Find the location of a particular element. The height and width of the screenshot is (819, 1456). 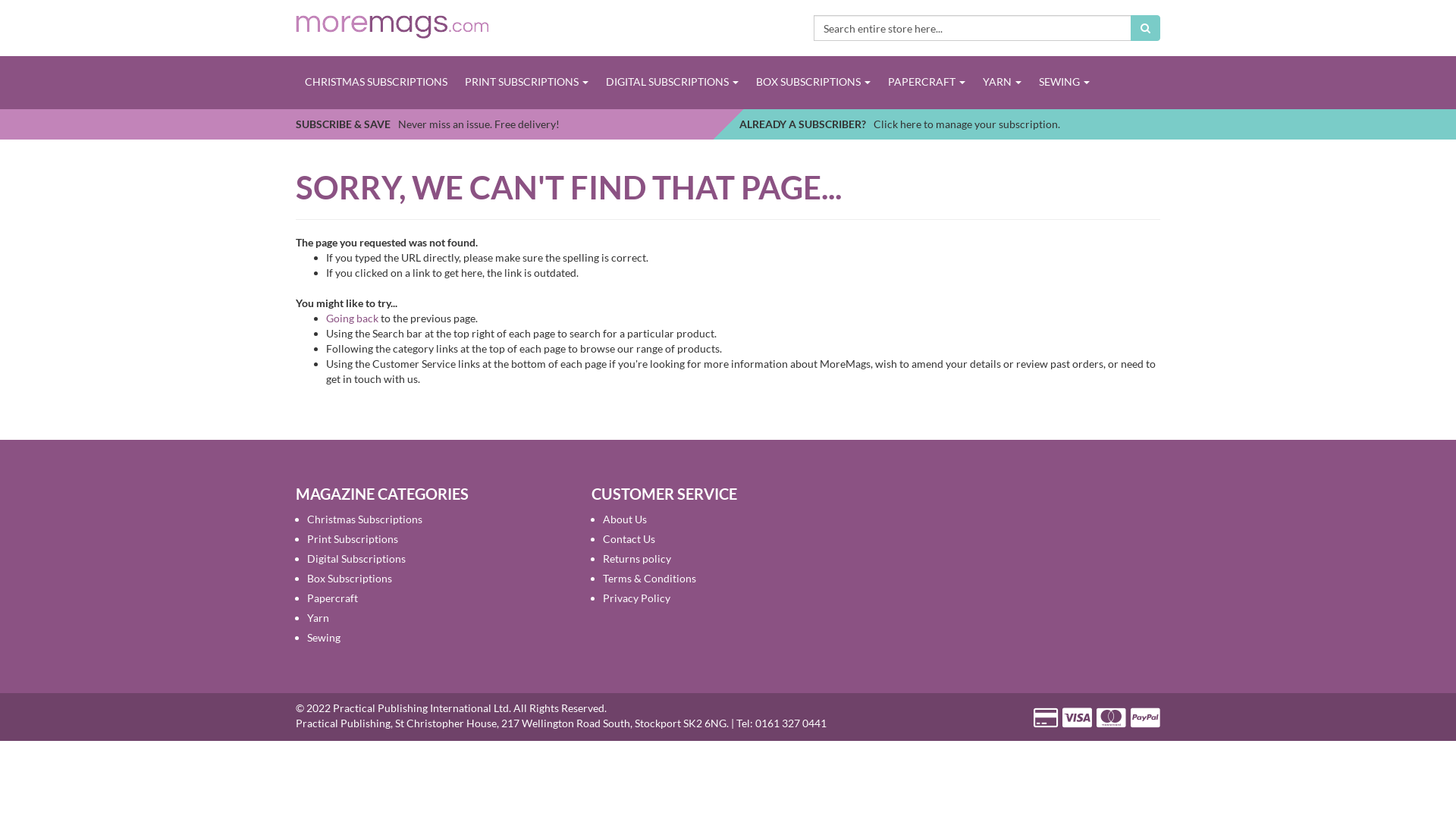

'YARN' is located at coordinates (973, 82).